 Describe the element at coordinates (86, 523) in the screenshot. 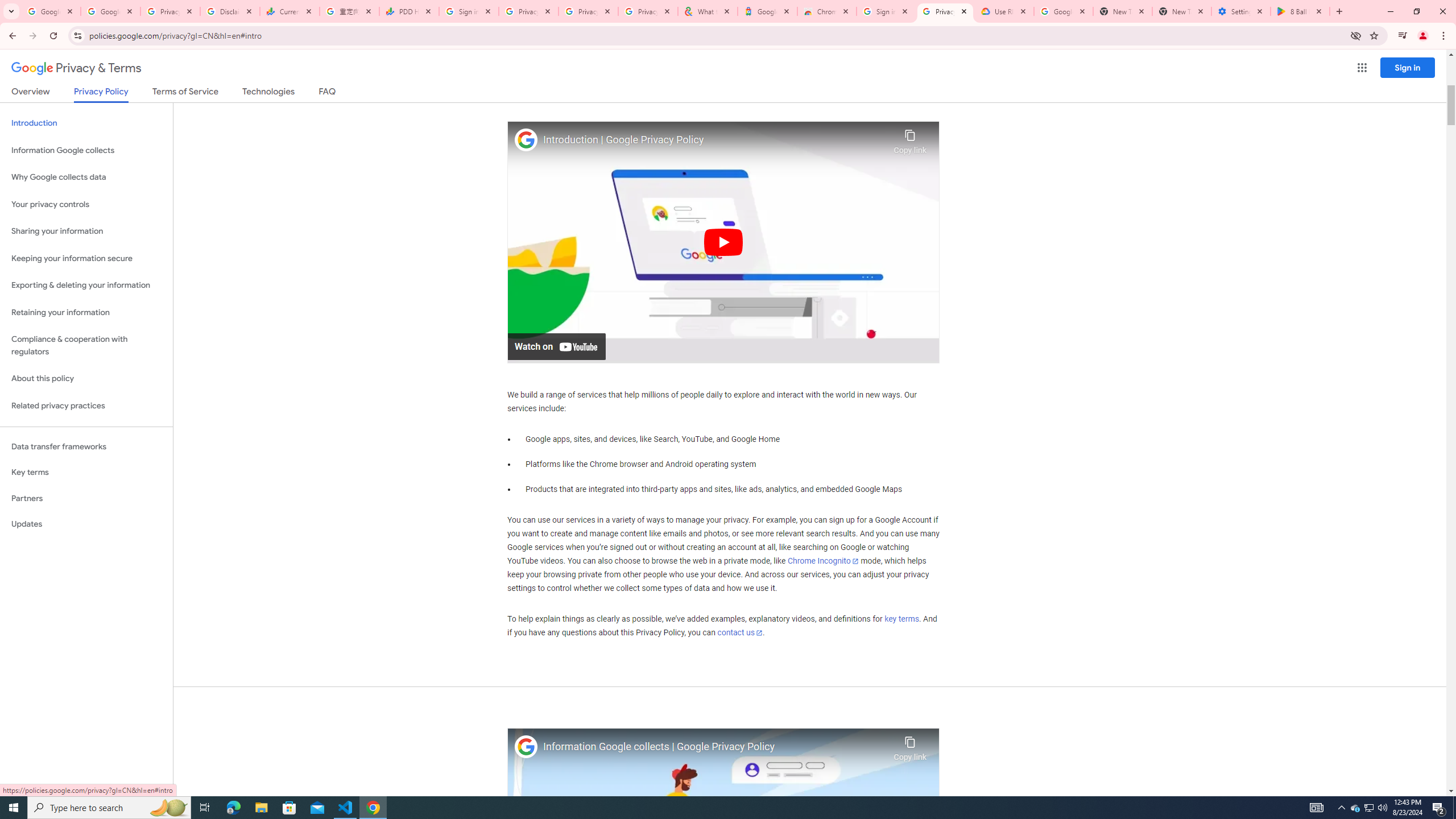

I see `'Updates'` at that location.